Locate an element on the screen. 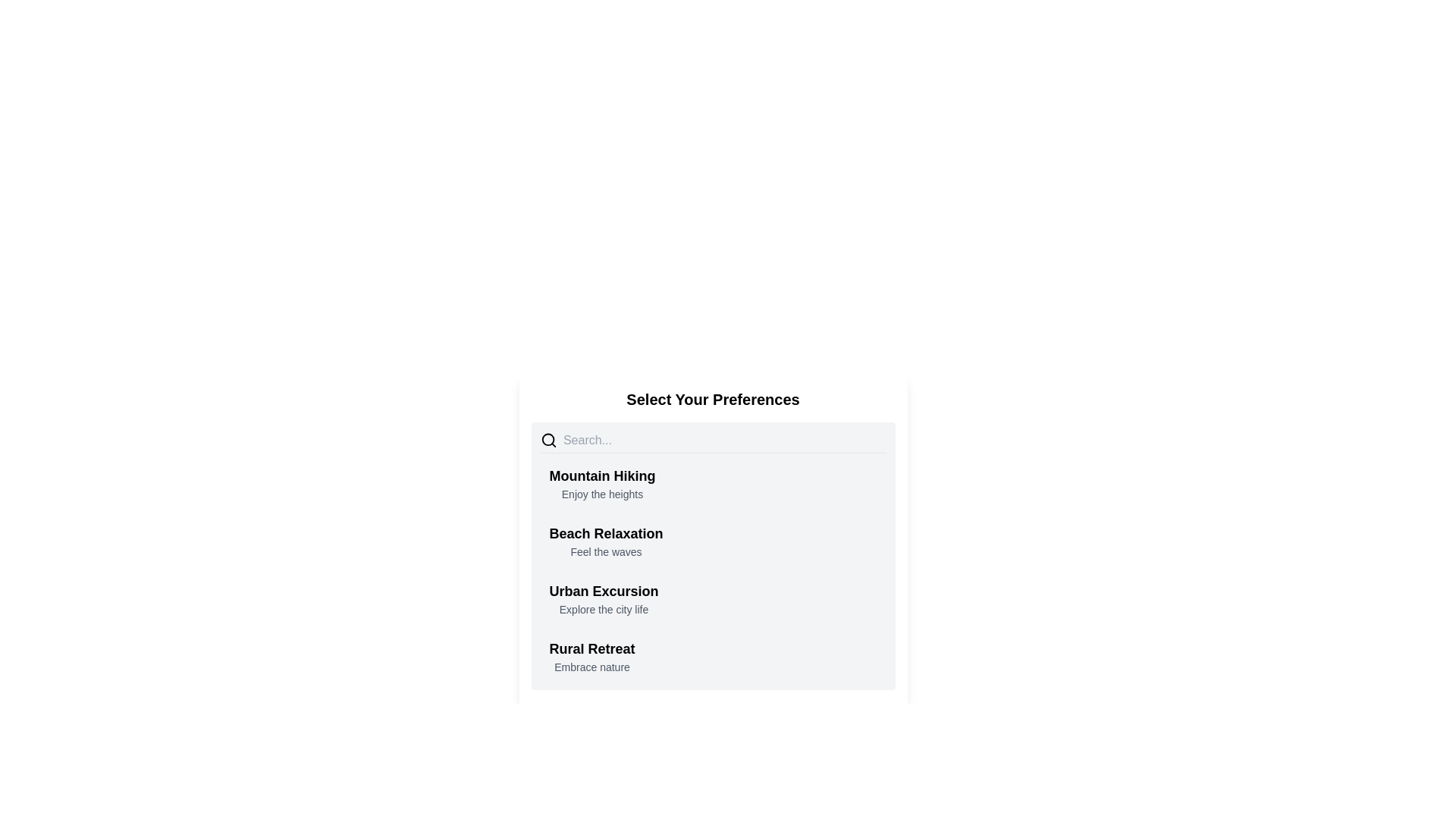 Image resolution: width=1456 pixels, height=819 pixels. text label that says 'Rural Retreat', which is the first text in a list and prominently styled in bold font is located at coordinates (591, 648).